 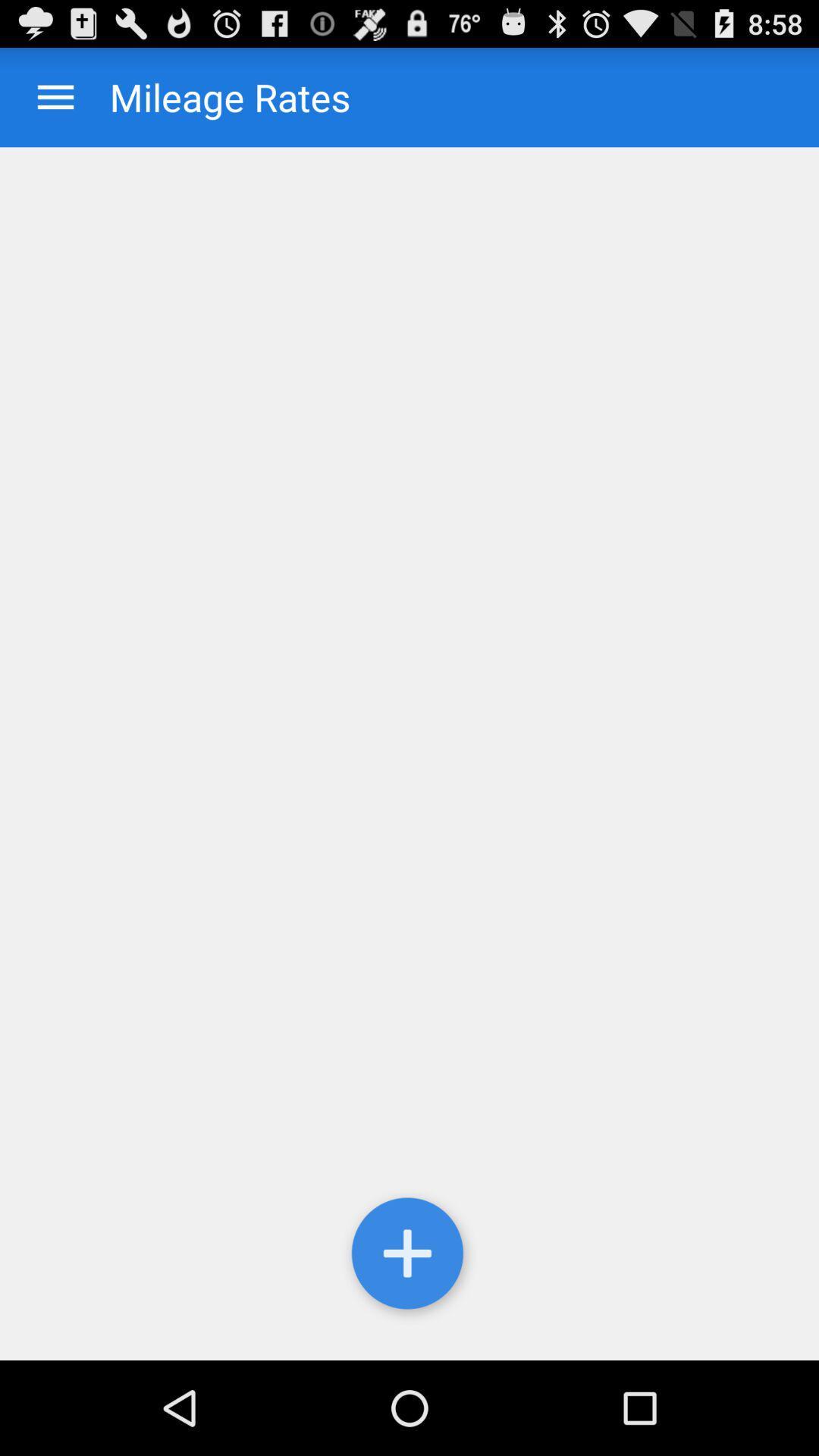 What do you see at coordinates (409, 1257) in the screenshot?
I see `settings option` at bounding box center [409, 1257].